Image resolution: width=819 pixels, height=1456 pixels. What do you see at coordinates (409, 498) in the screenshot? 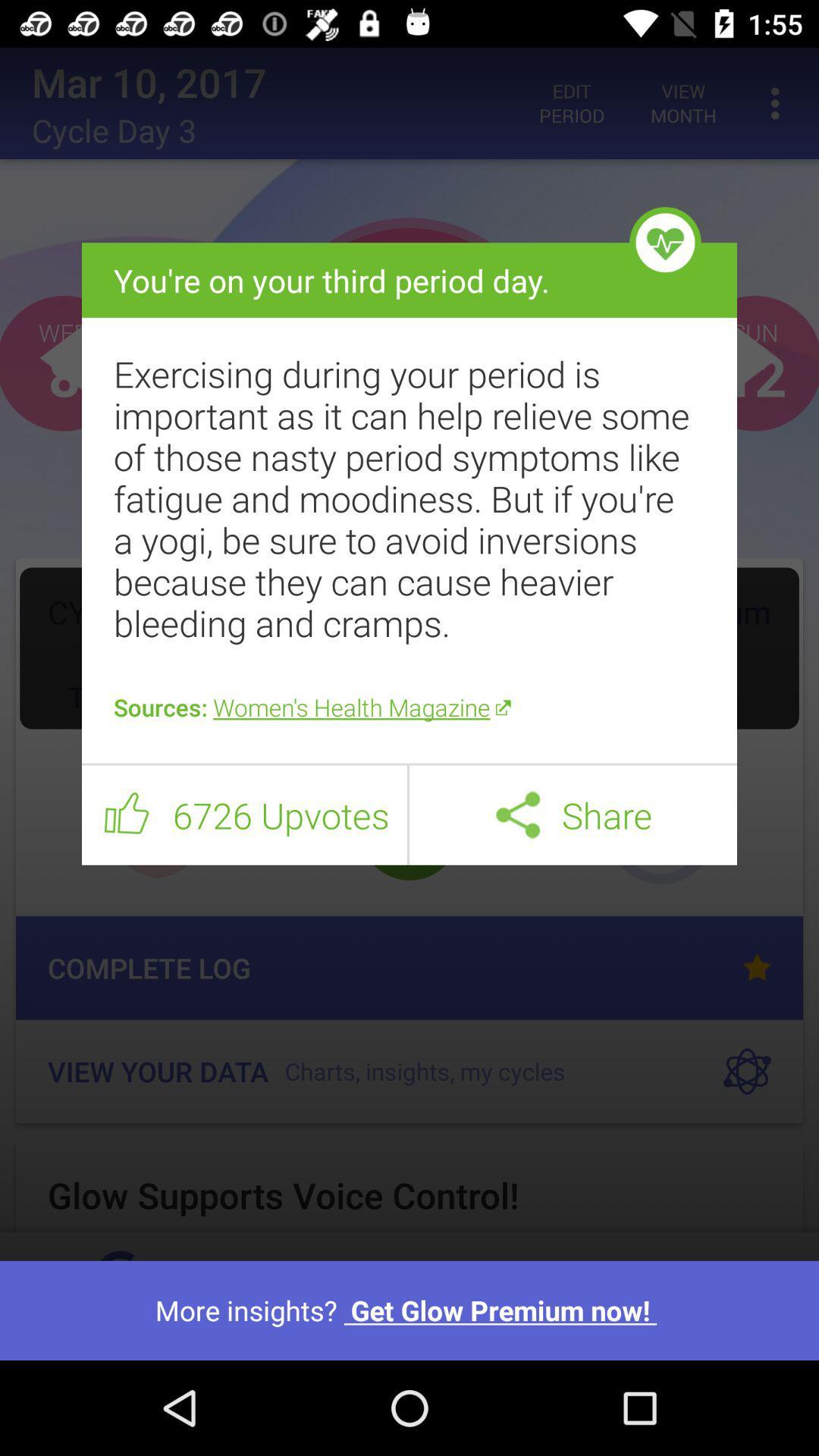
I see `item above the sources women s` at bounding box center [409, 498].